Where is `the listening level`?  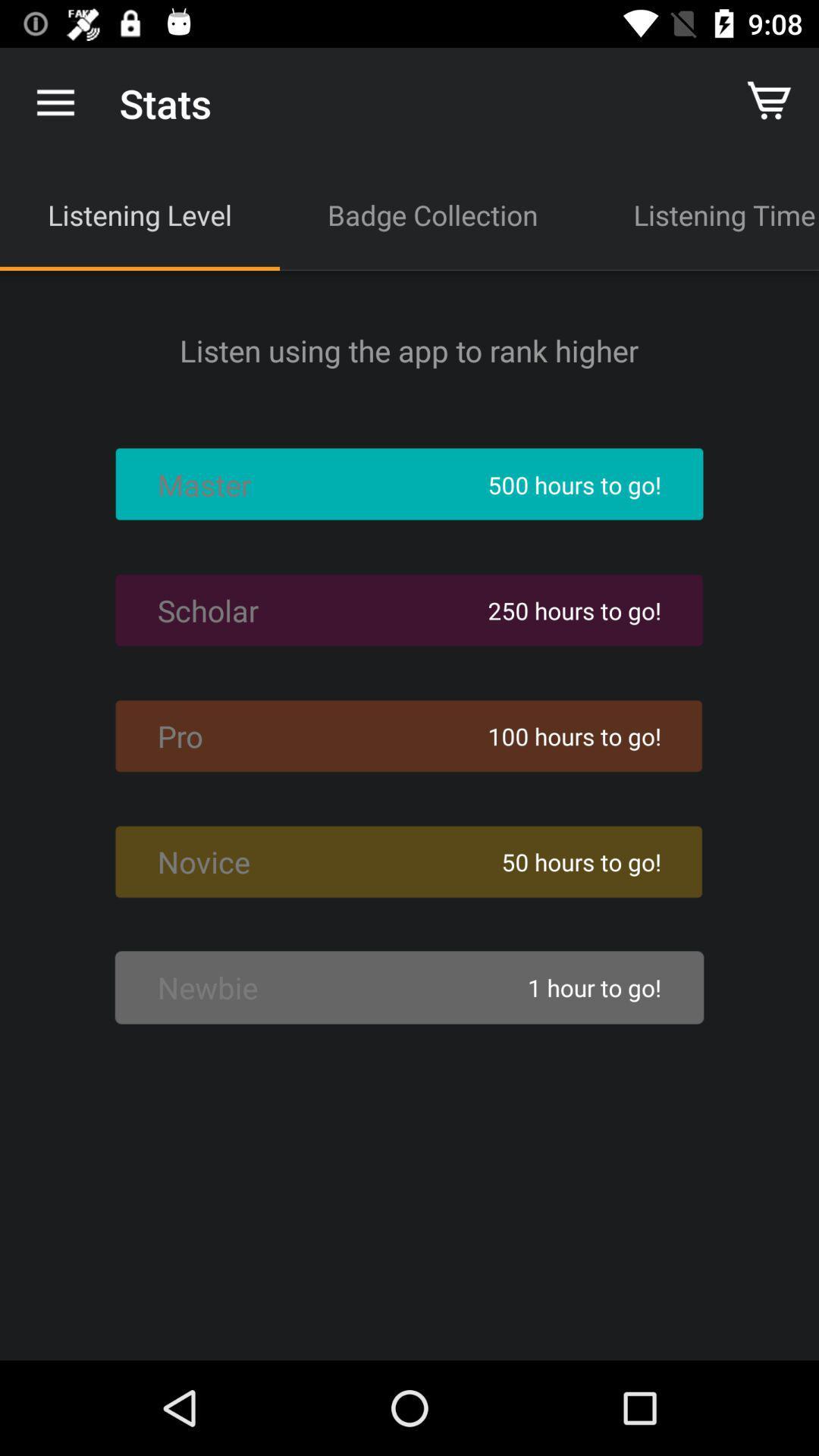
the listening level is located at coordinates (140, 214).